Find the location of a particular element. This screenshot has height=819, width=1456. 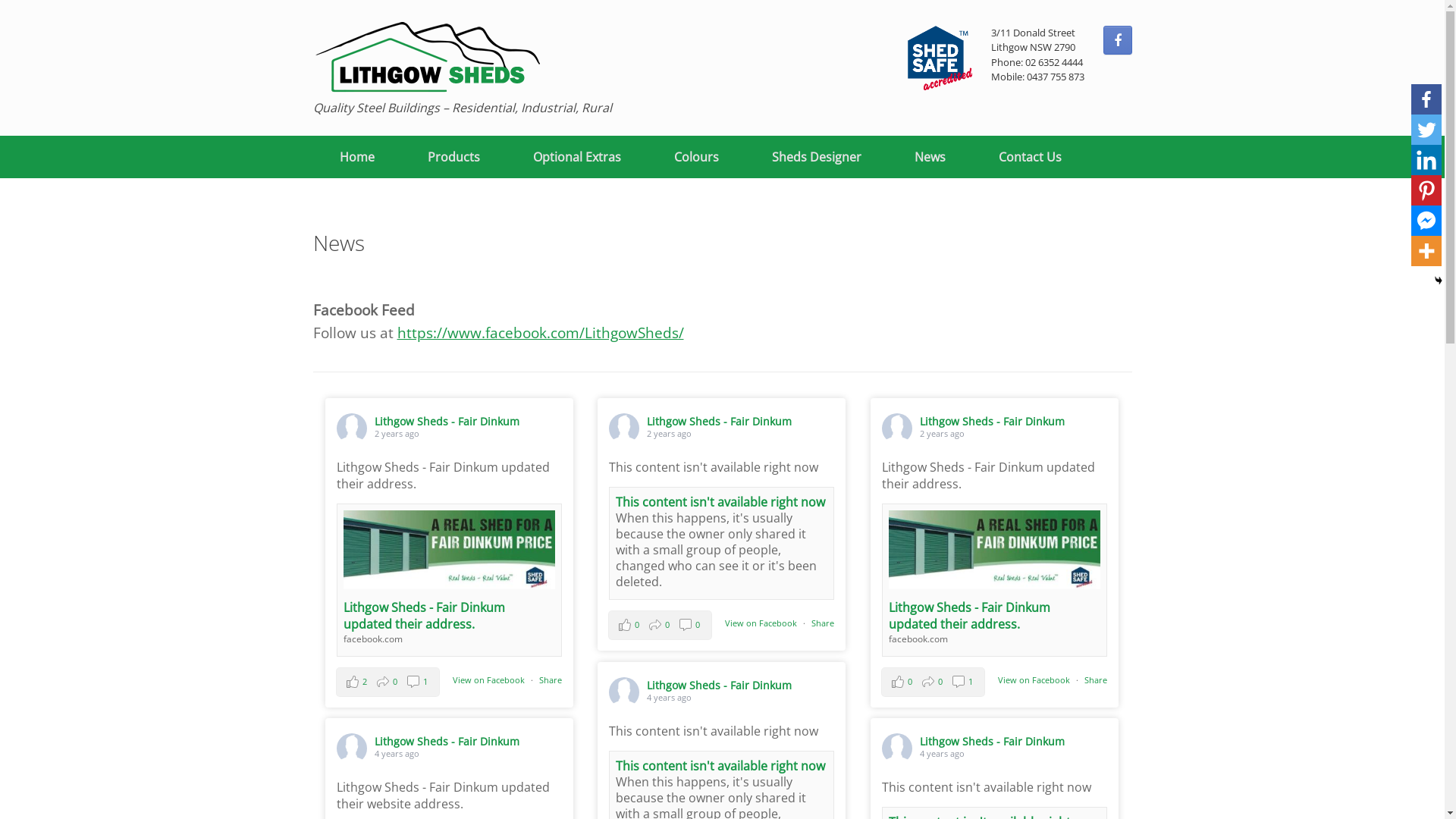

'Facebook' is located at coordinates (1426, 99).